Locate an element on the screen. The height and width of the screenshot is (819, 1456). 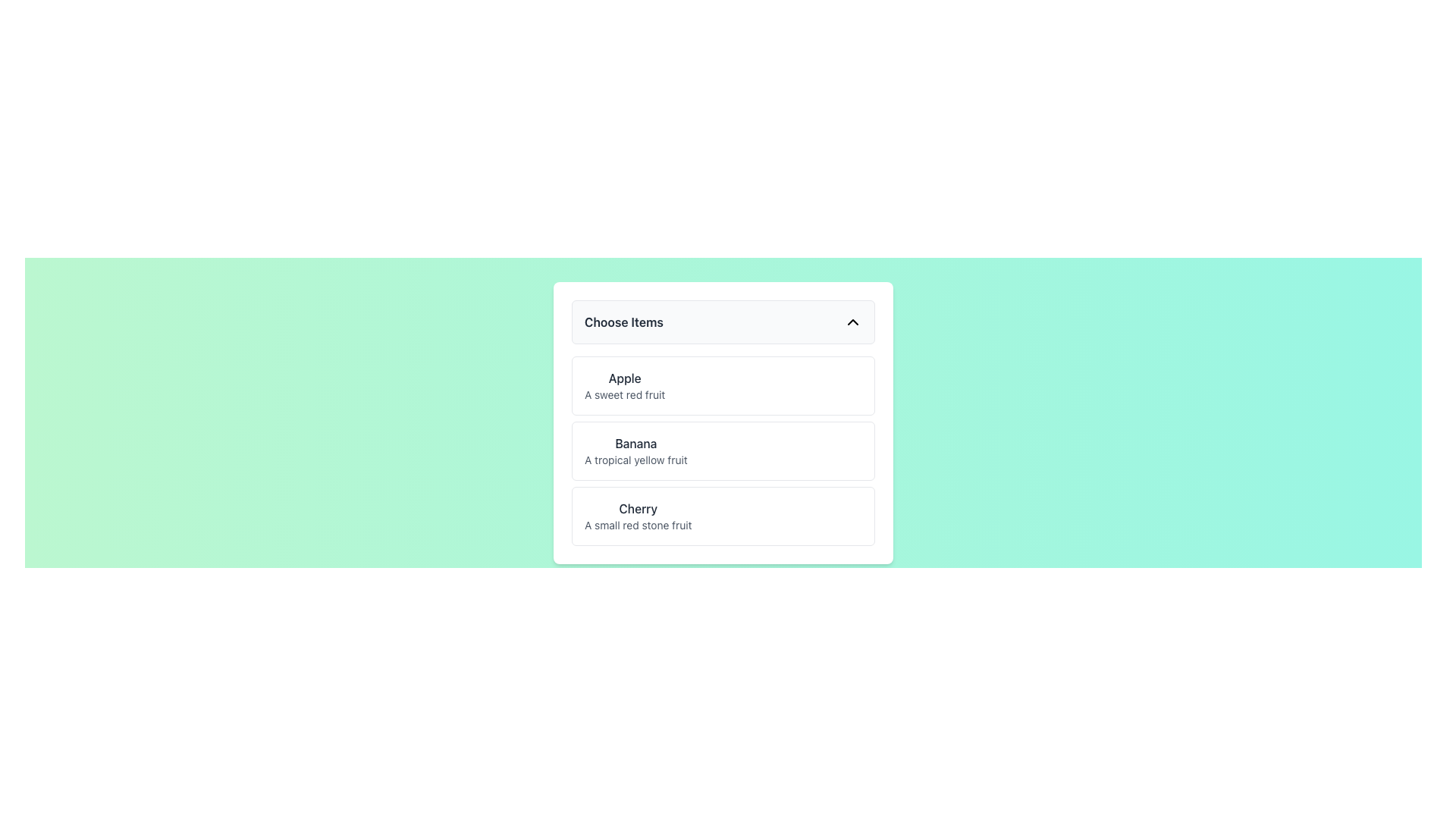
the 'Cherry' text display element, which is the third item in a vertical stack that includes 'Apple' and 'Banana' is located at coordinates (638, 516).